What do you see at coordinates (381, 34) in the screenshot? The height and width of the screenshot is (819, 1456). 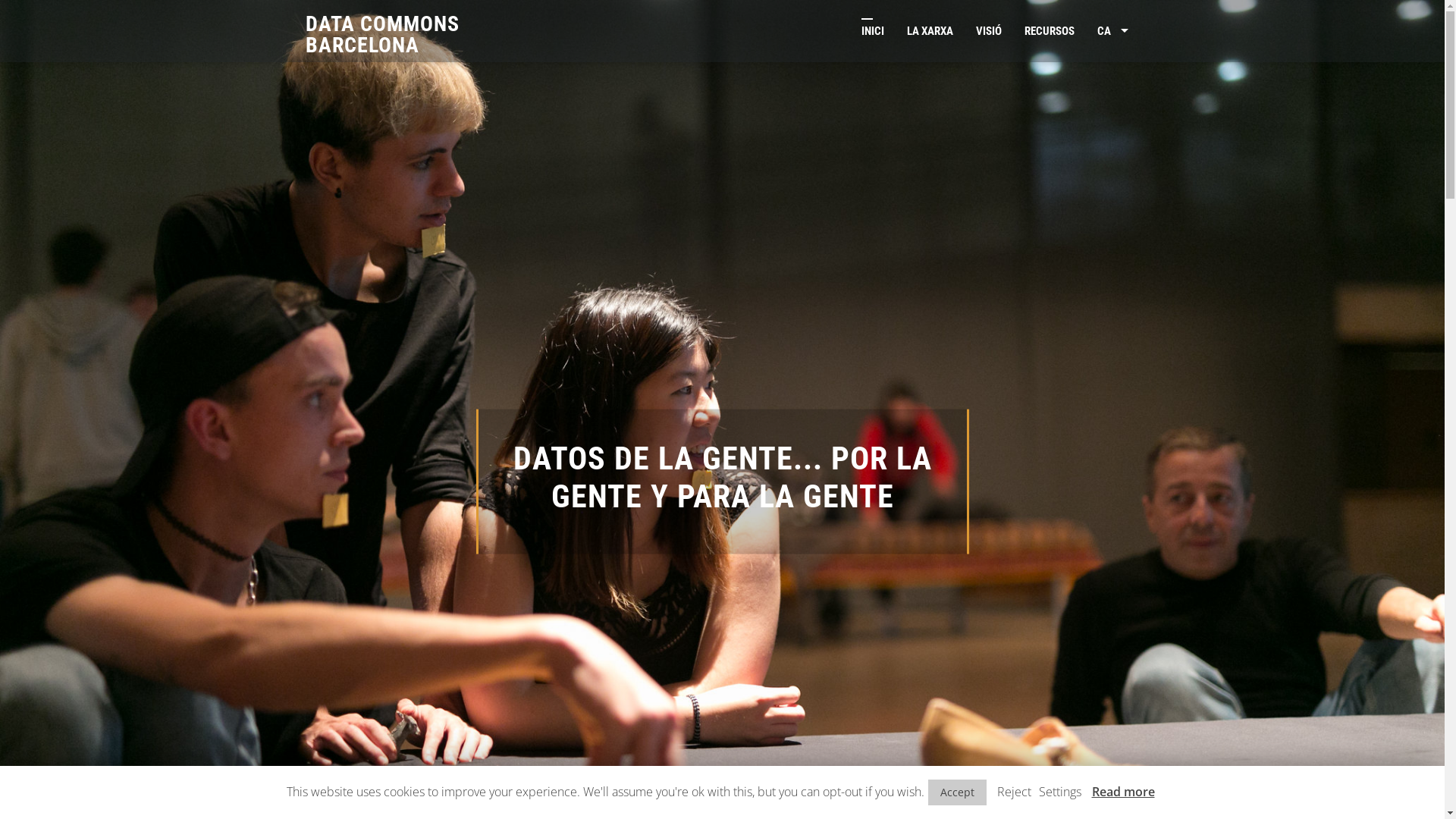 I see `'DATA COMMONS BARCELONA'` at bounding box center [381, 34].